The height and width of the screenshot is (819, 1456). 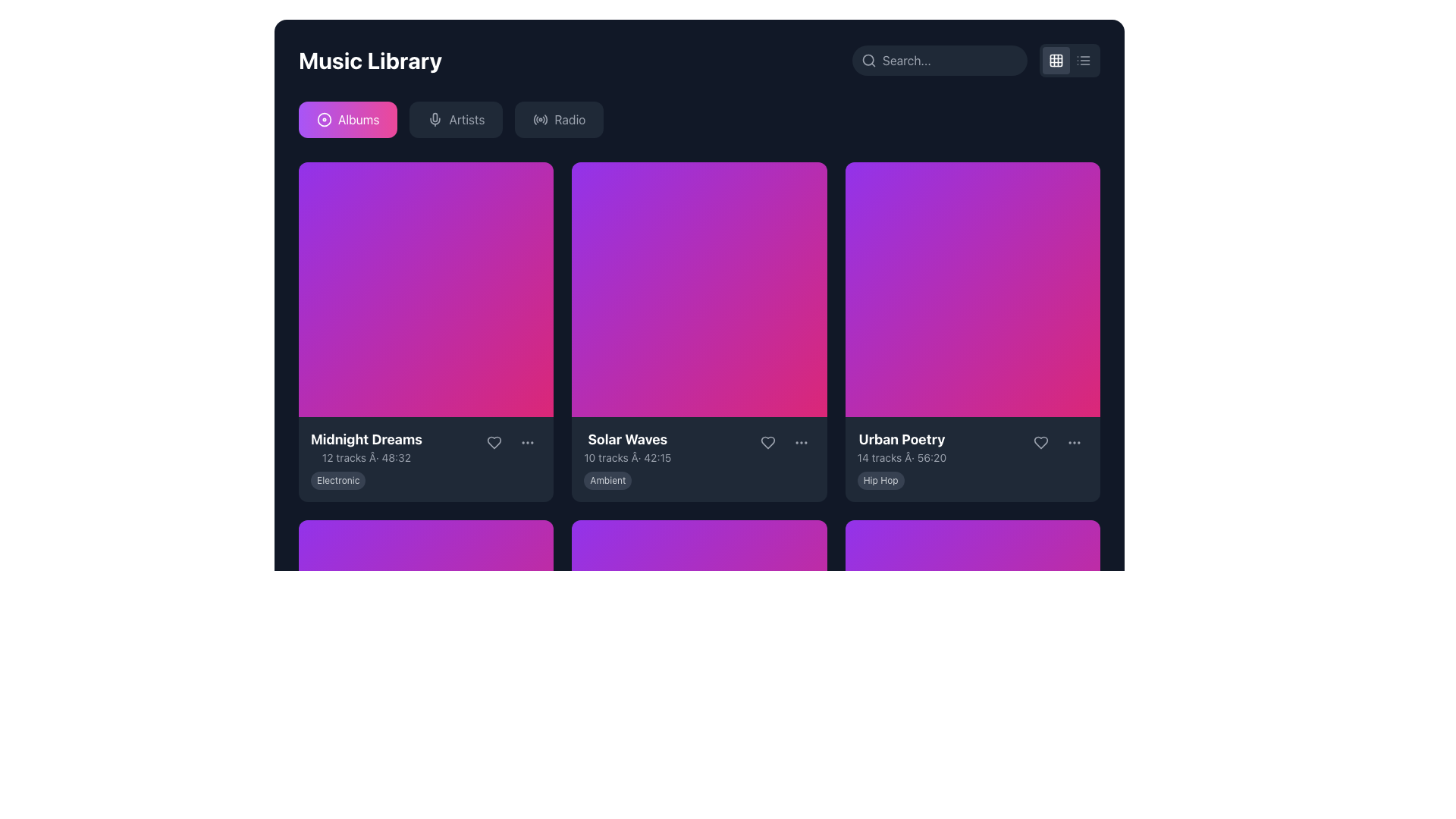 I want to click on the favorite button for the 'Urban Poetry' album, so click(x=1040, y=442).